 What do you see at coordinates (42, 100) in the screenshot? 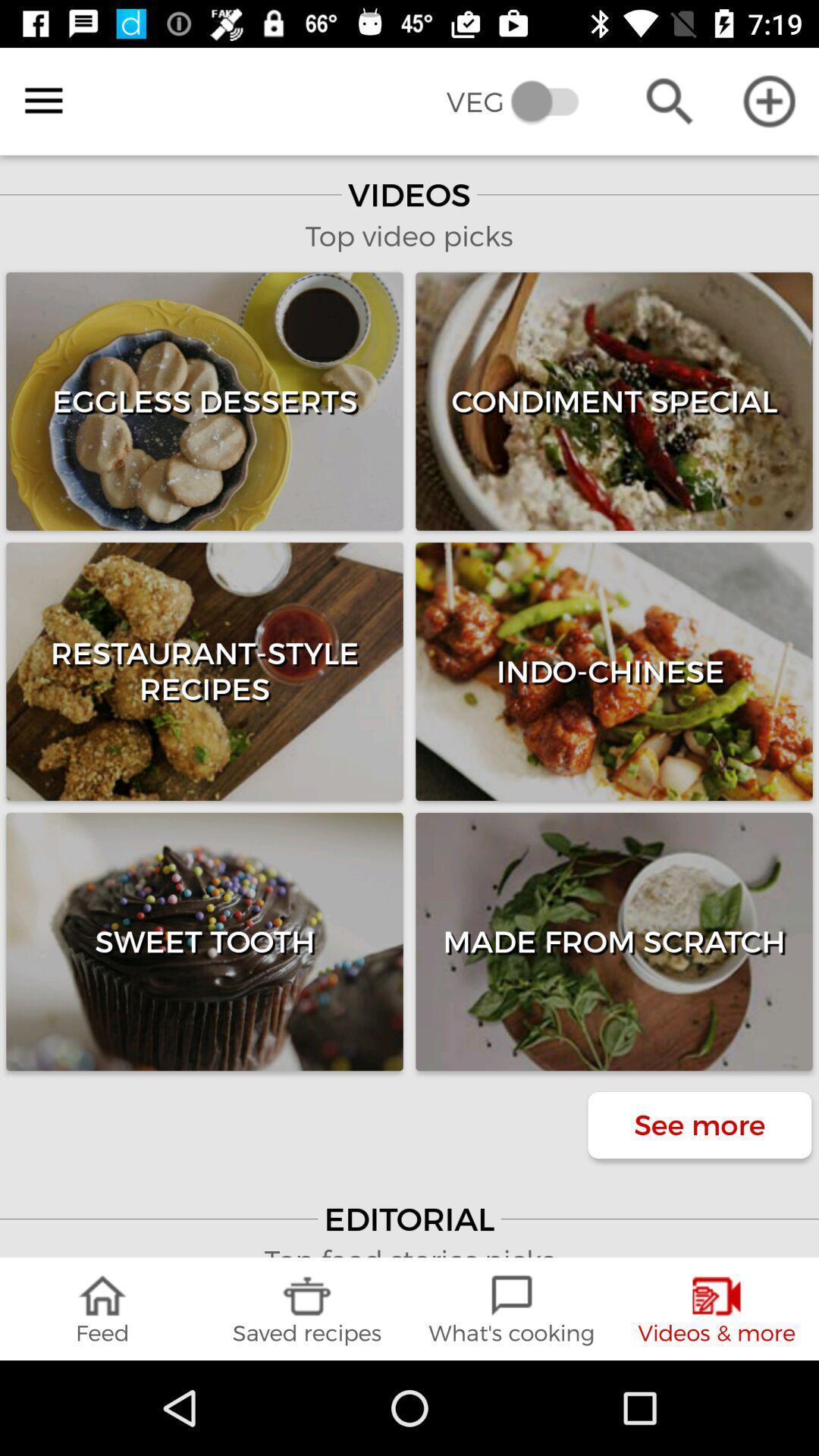
I see `icon to the left of veg icon` at bounding box center [42, 100].